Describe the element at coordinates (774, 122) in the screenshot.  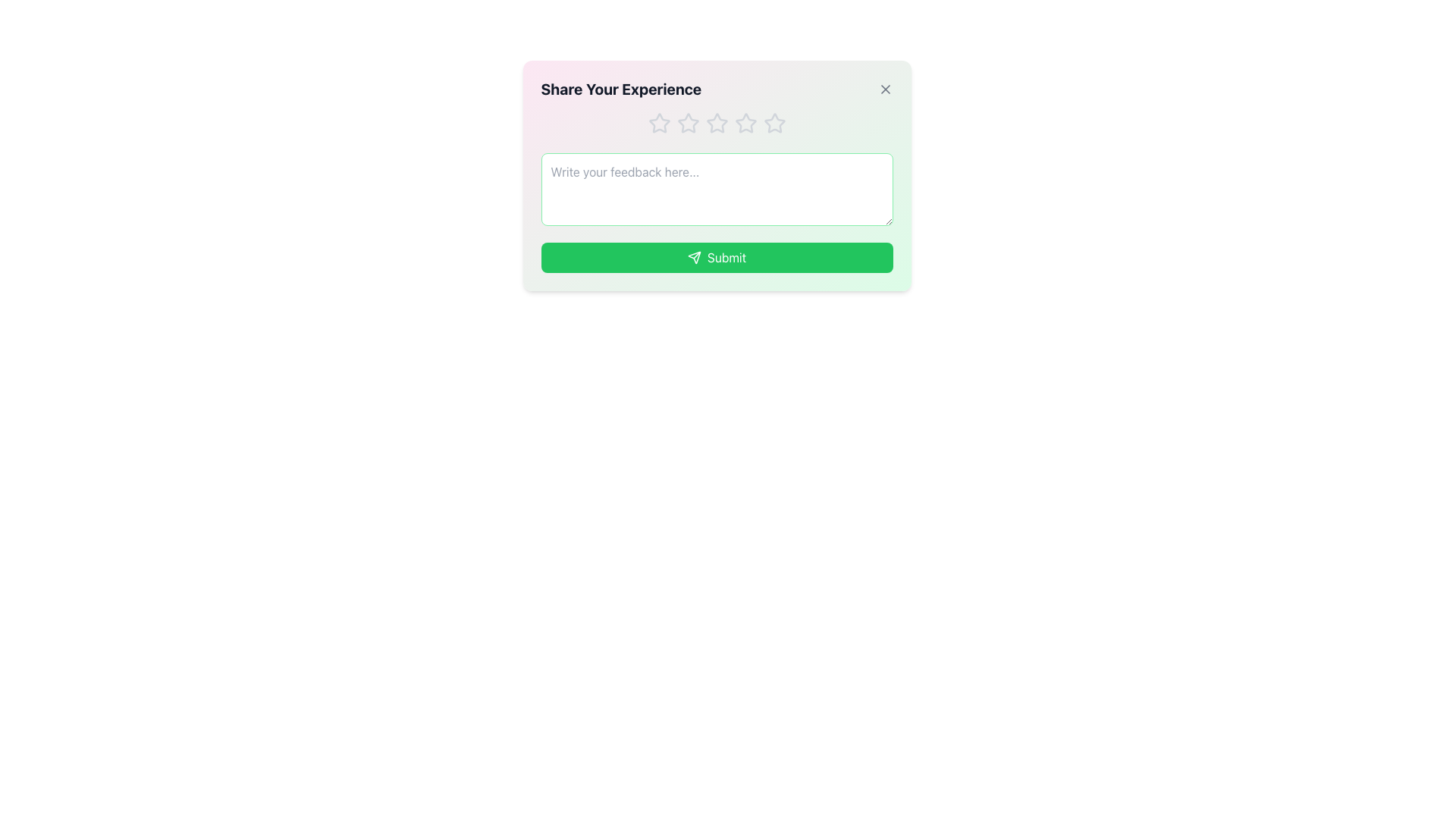
I see `the fifth star icon in the rating system on the 'Share Your Experience' card` at that location.